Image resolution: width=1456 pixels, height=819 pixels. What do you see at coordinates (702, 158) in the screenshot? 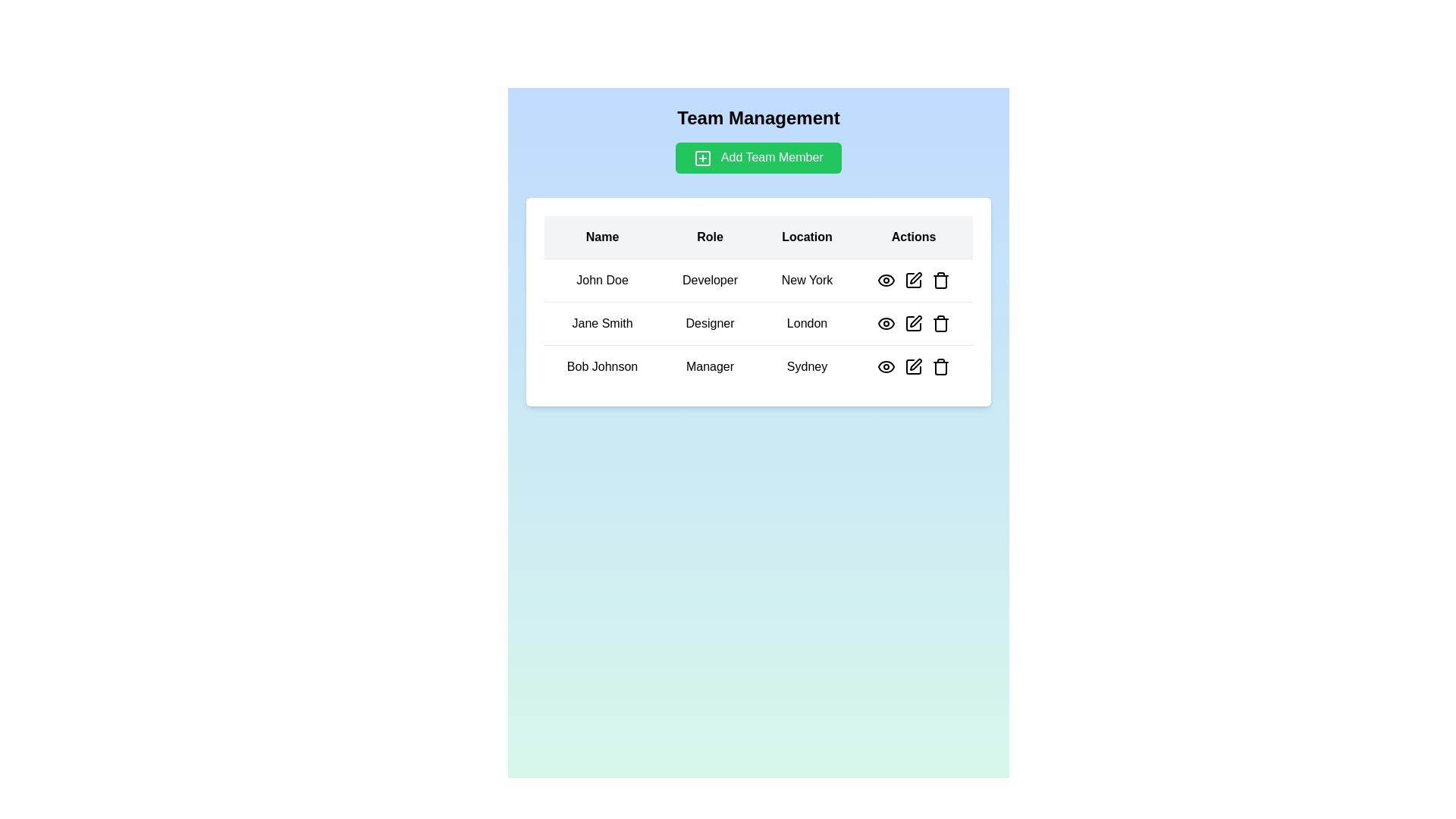
I see `the aesthetic state of the green plus icon within the 'Add Team Member' button, which is located below the 'Team Management' title` at bounding box center [702, 158].